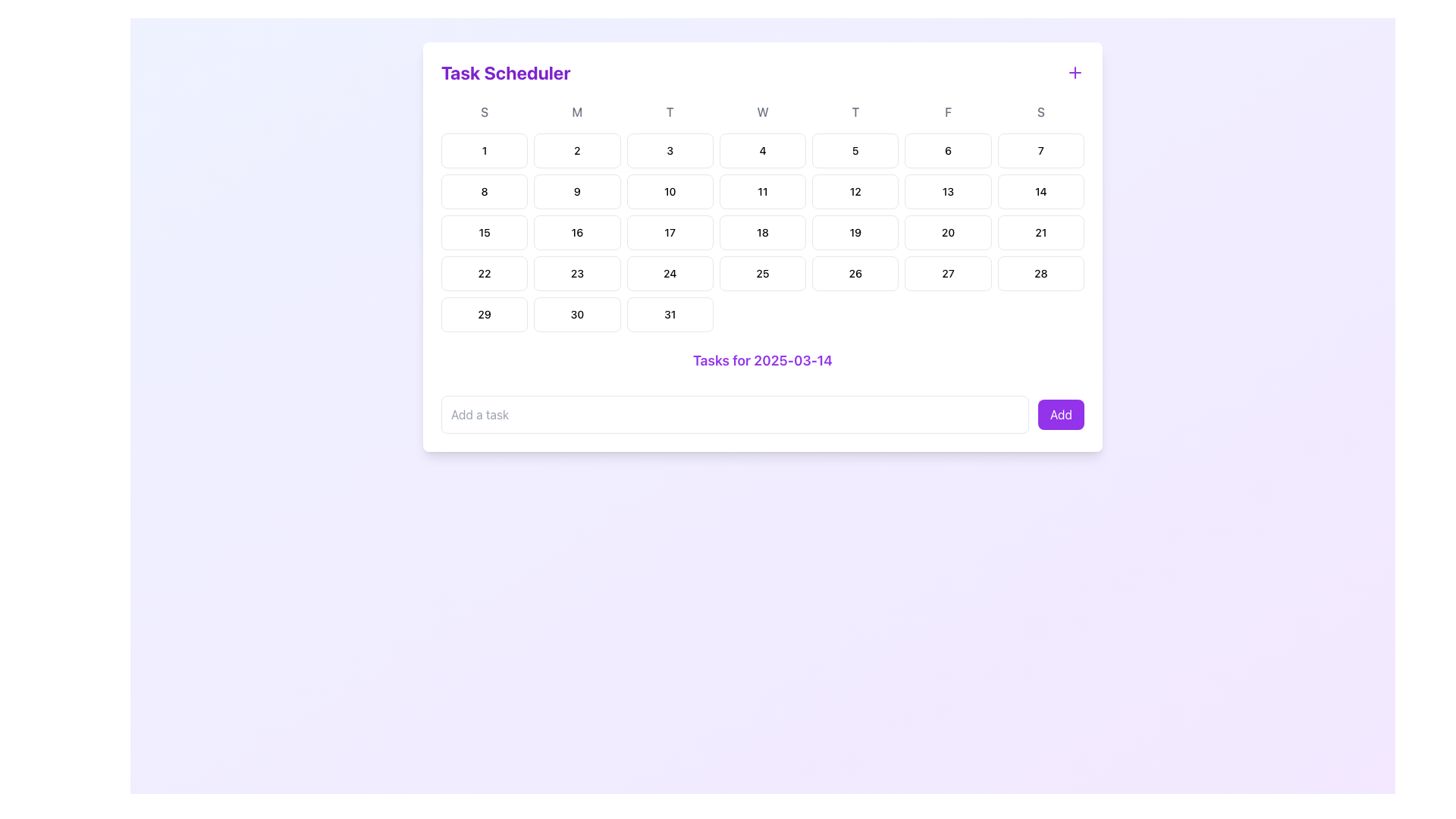 The height and width of the screenshot is (819, 1456). Describe the element at coordinates (763, 151) in the screenshot. I see `the button labeled '4' in the calendar interface` at that location.